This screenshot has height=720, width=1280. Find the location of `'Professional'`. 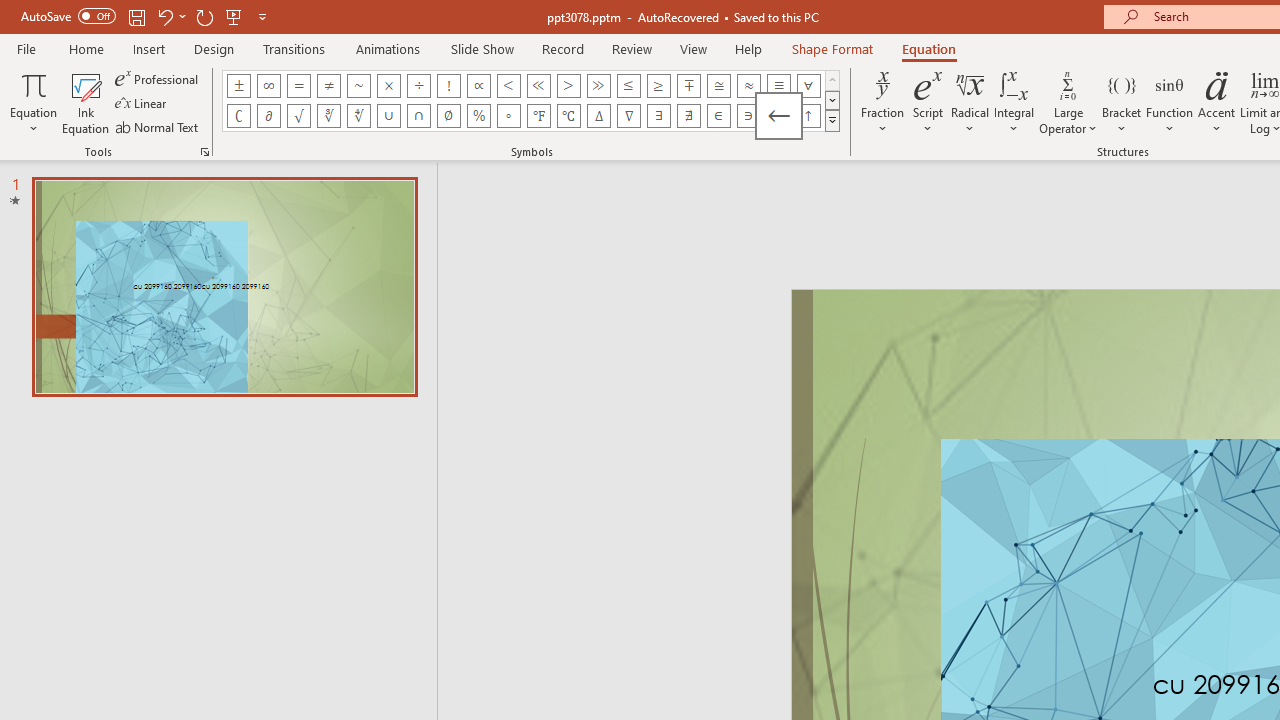

'Professional' is located at coordinates (157, 78).